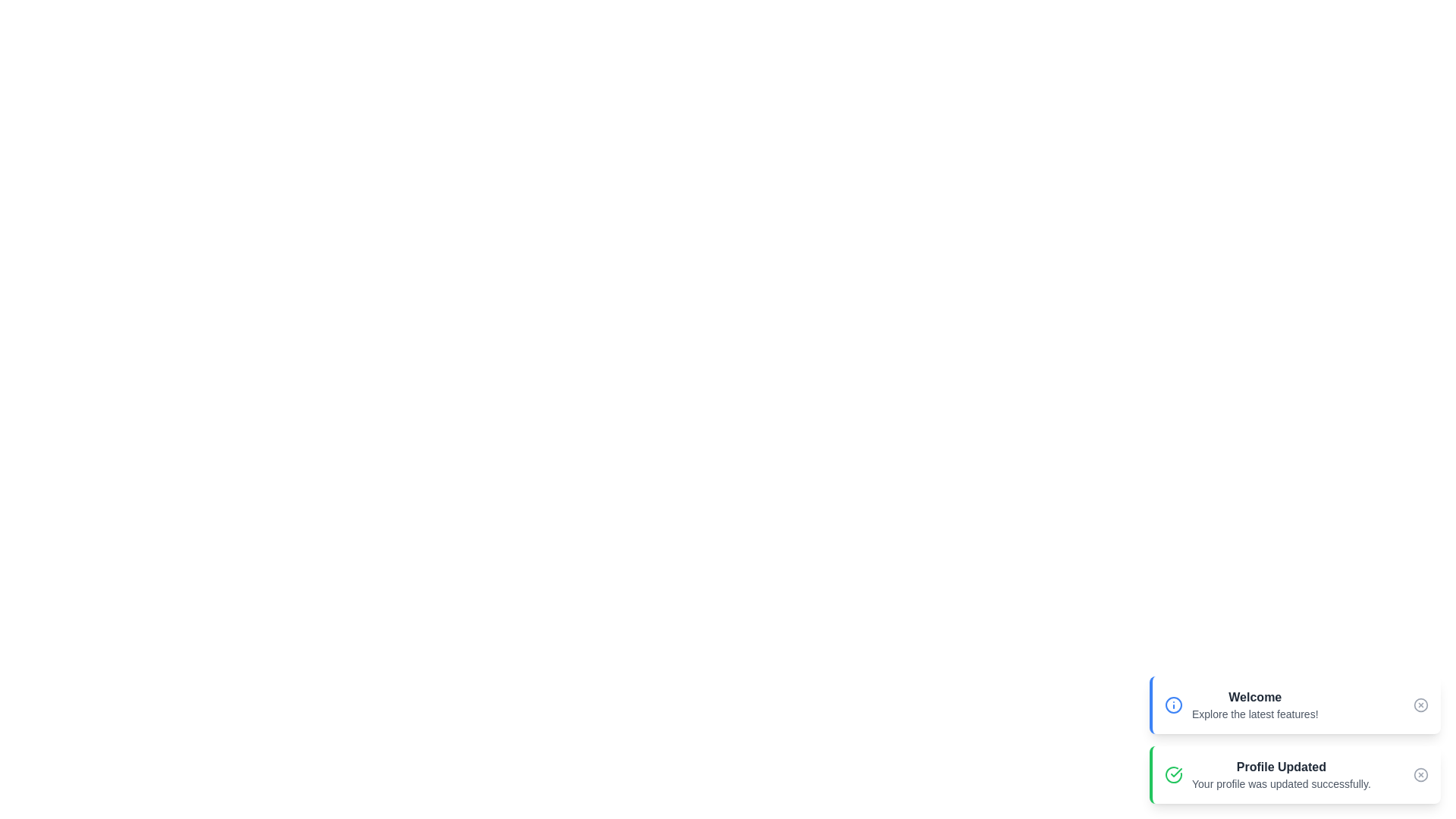 The height and width of the screenshot is (819, 1456). I want to click on the close button of the snackbar with the title Welcome, so click(1420, 704).